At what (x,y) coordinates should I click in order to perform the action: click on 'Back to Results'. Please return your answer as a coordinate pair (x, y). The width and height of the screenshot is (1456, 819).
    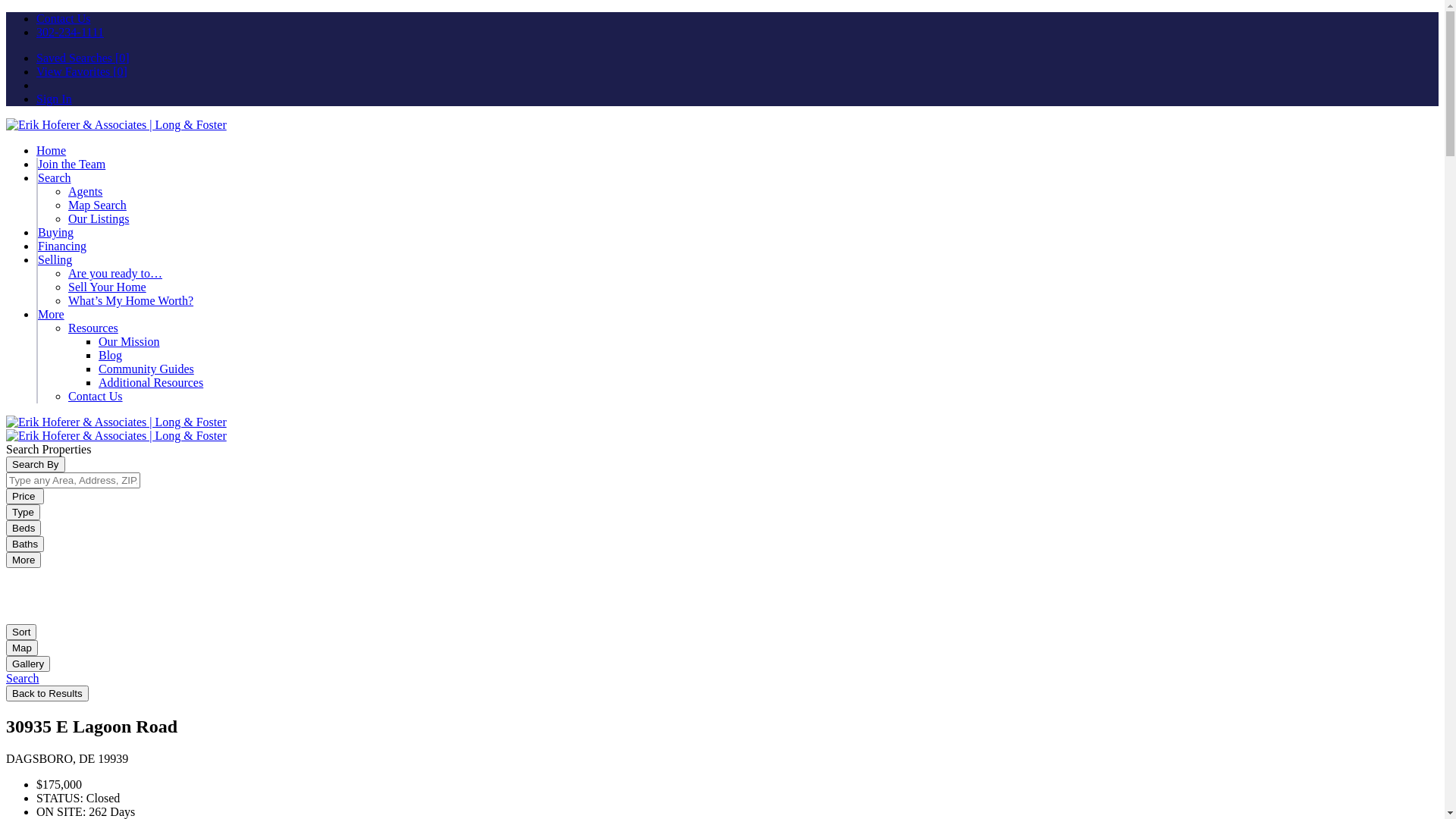
    Looking at the image, I should click on (47, 693).